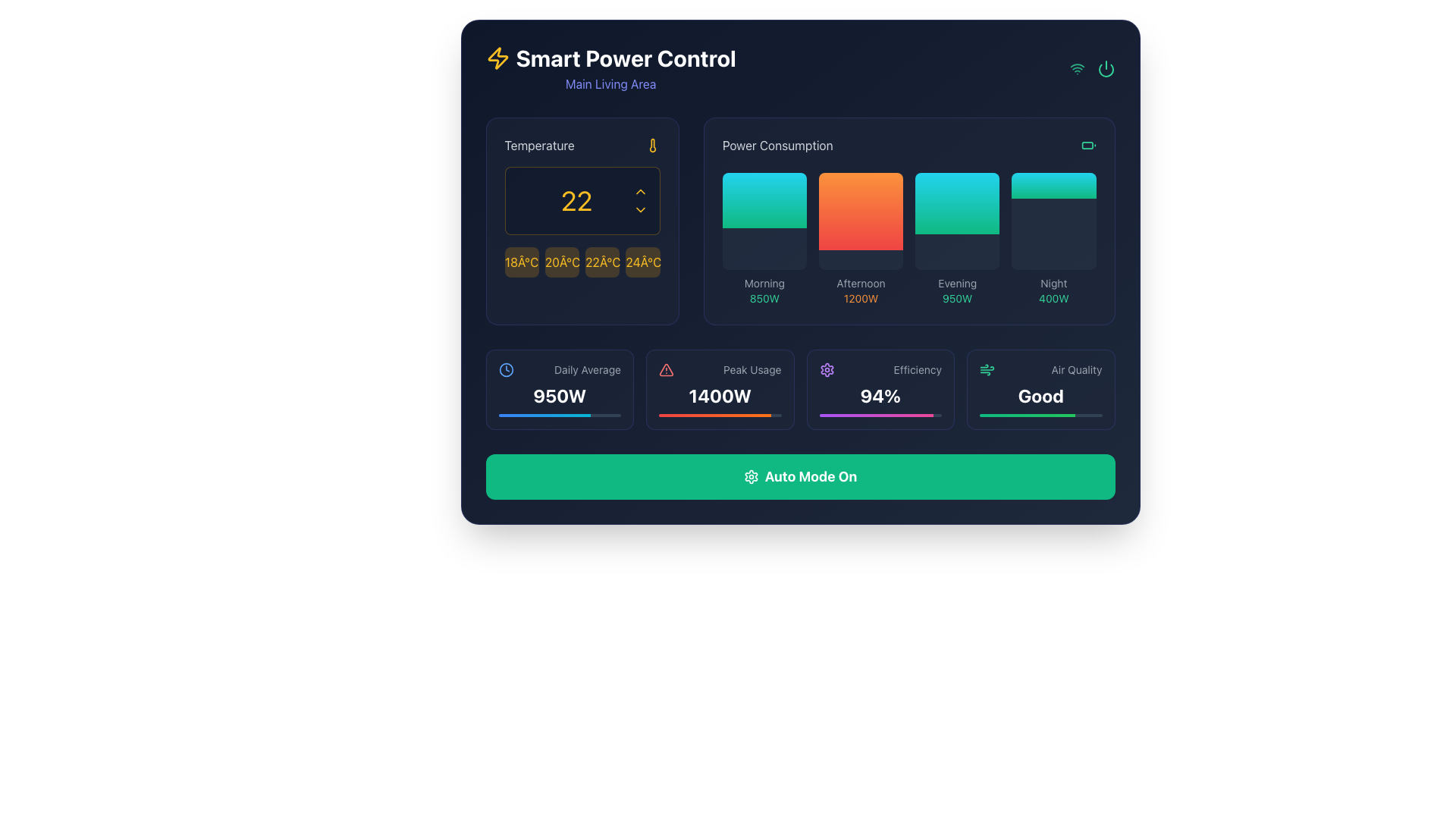 The width and height of the screenshot is (1456, 819). I want to click on the triangular warning icon with a red color scheme located next to the 'Peak Usage' text and the numerical data '1400W', so click(666, 370).